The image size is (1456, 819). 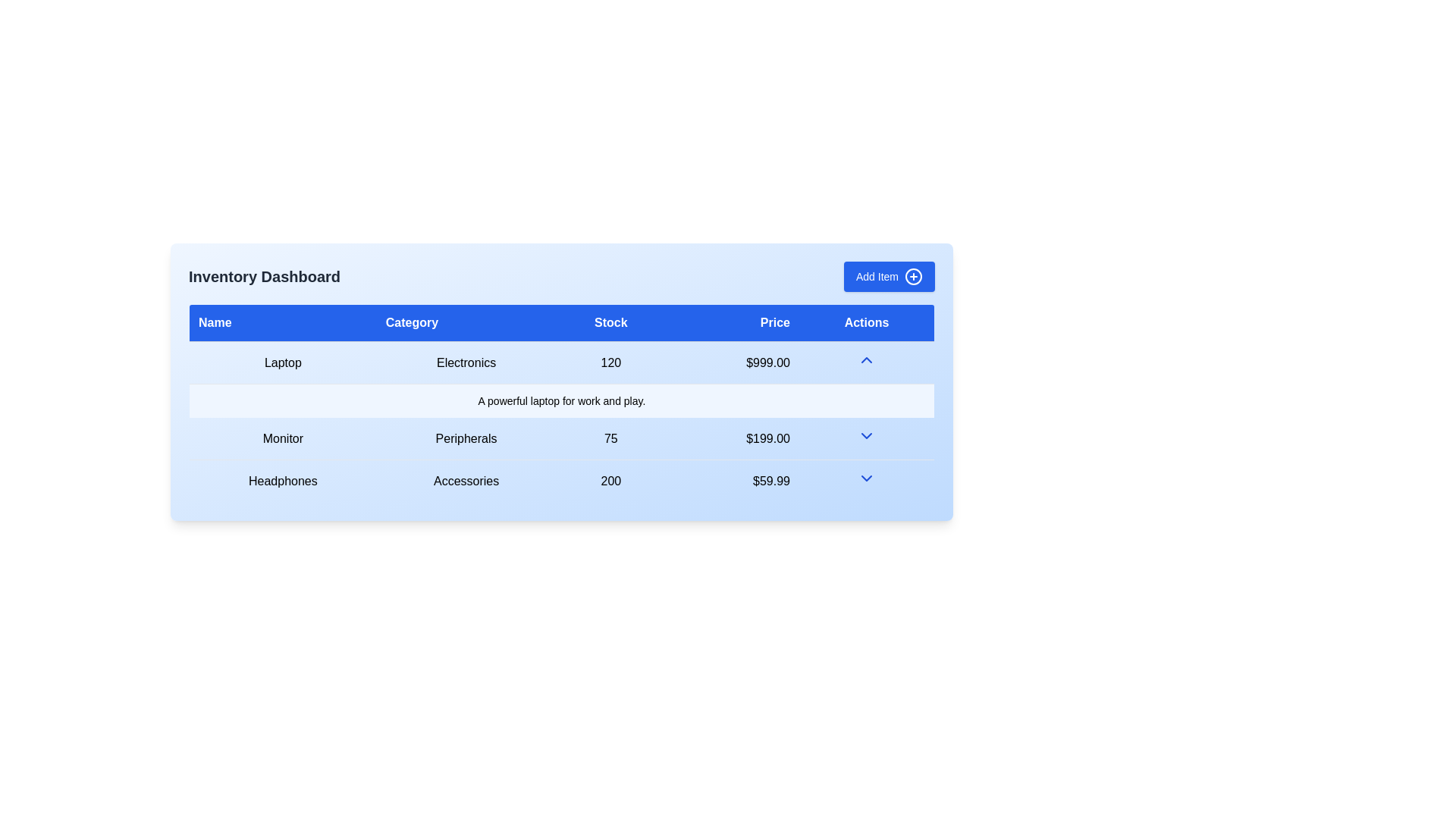 What do you see at coordinates (466, 481) in the screenshot?
I see `the Text label in the third row of the table under the 'Category' column, which indicates the type 'Headphones'` at bounding box center [466, 481].